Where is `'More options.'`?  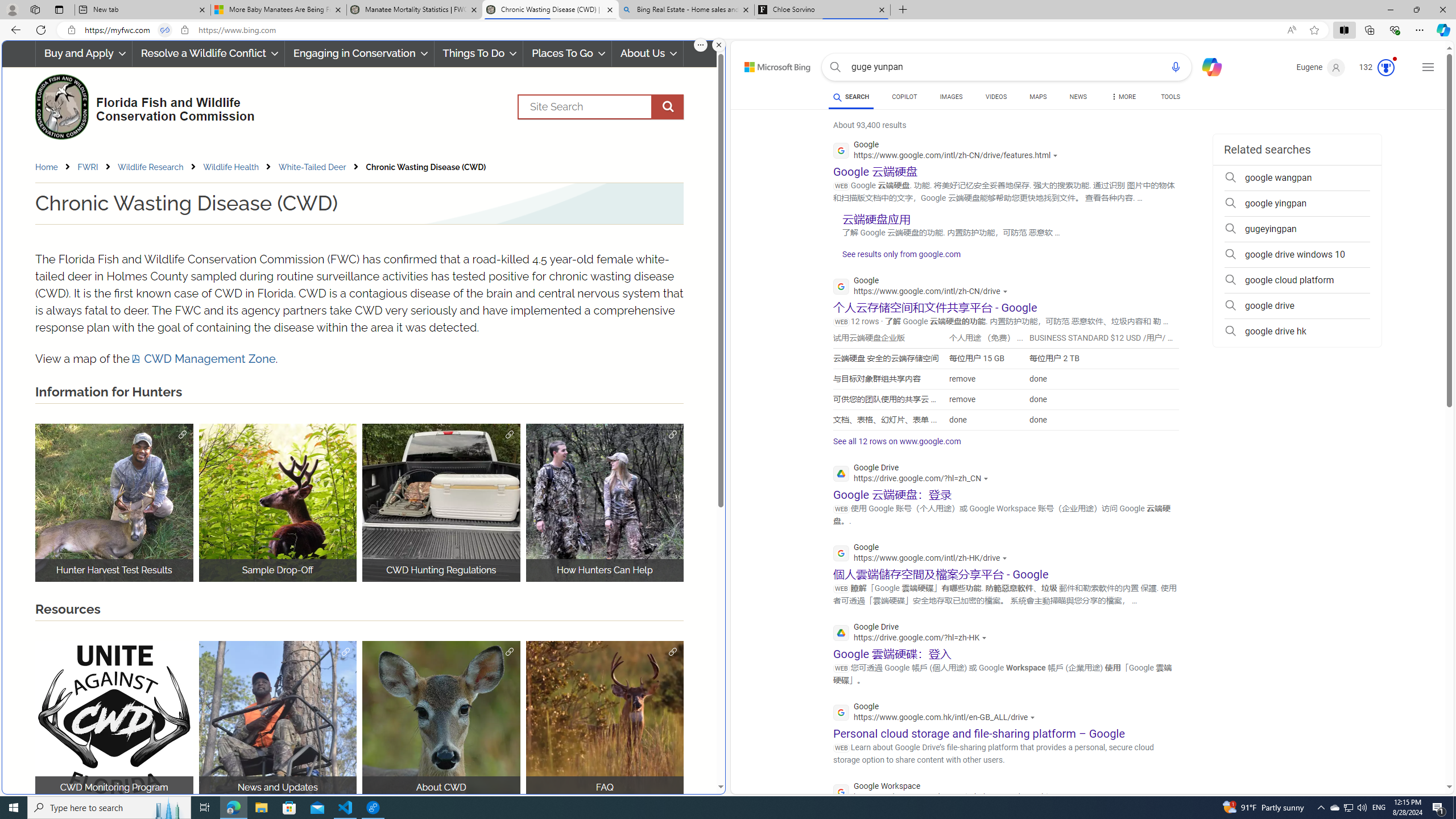
'More options.' is located at coordinates (700, 44).